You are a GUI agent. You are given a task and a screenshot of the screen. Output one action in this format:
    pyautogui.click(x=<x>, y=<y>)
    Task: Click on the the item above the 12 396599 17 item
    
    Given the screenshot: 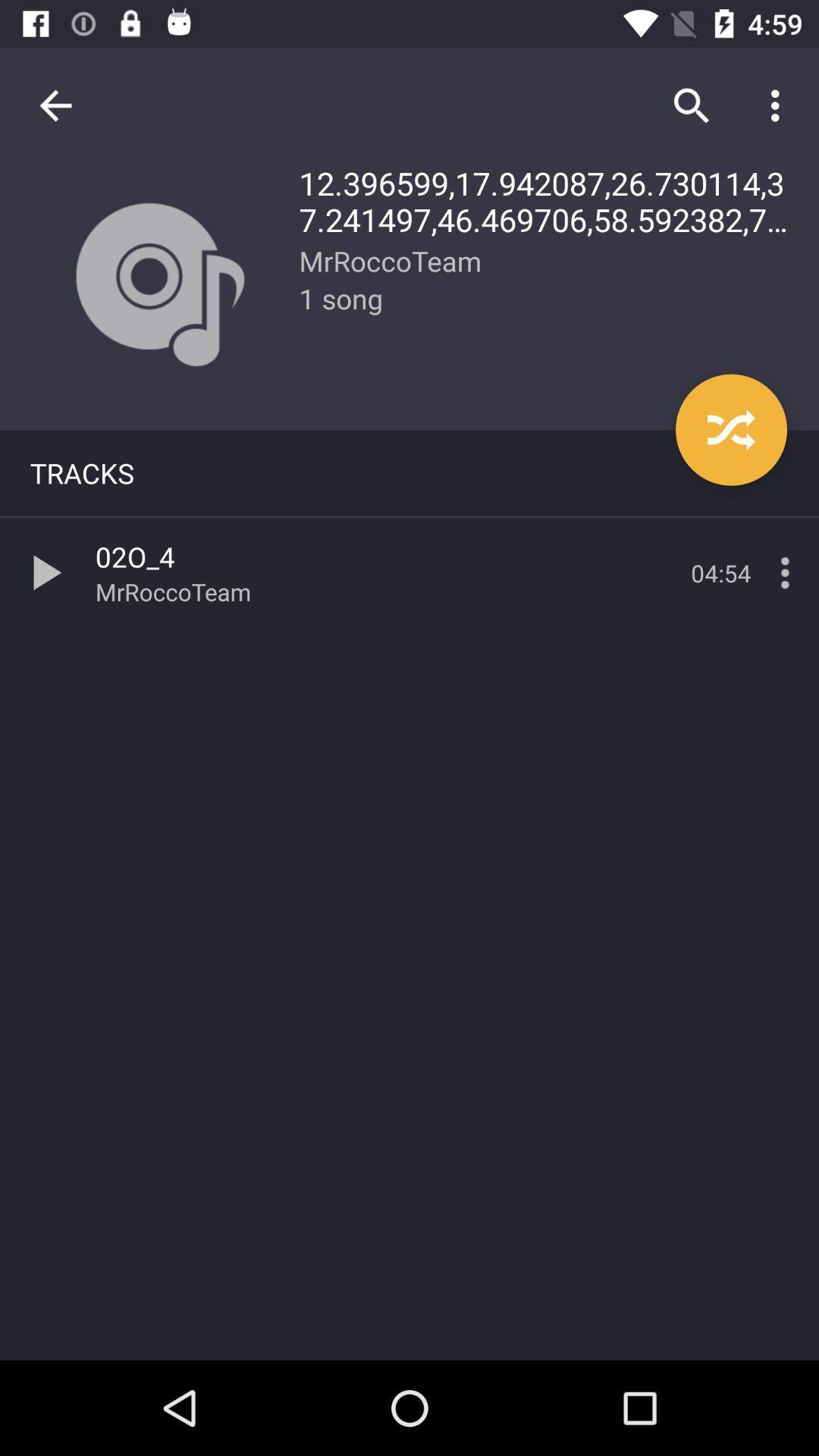 What is the action you would take?
    pyautogui.click(x=779, y=105)
    